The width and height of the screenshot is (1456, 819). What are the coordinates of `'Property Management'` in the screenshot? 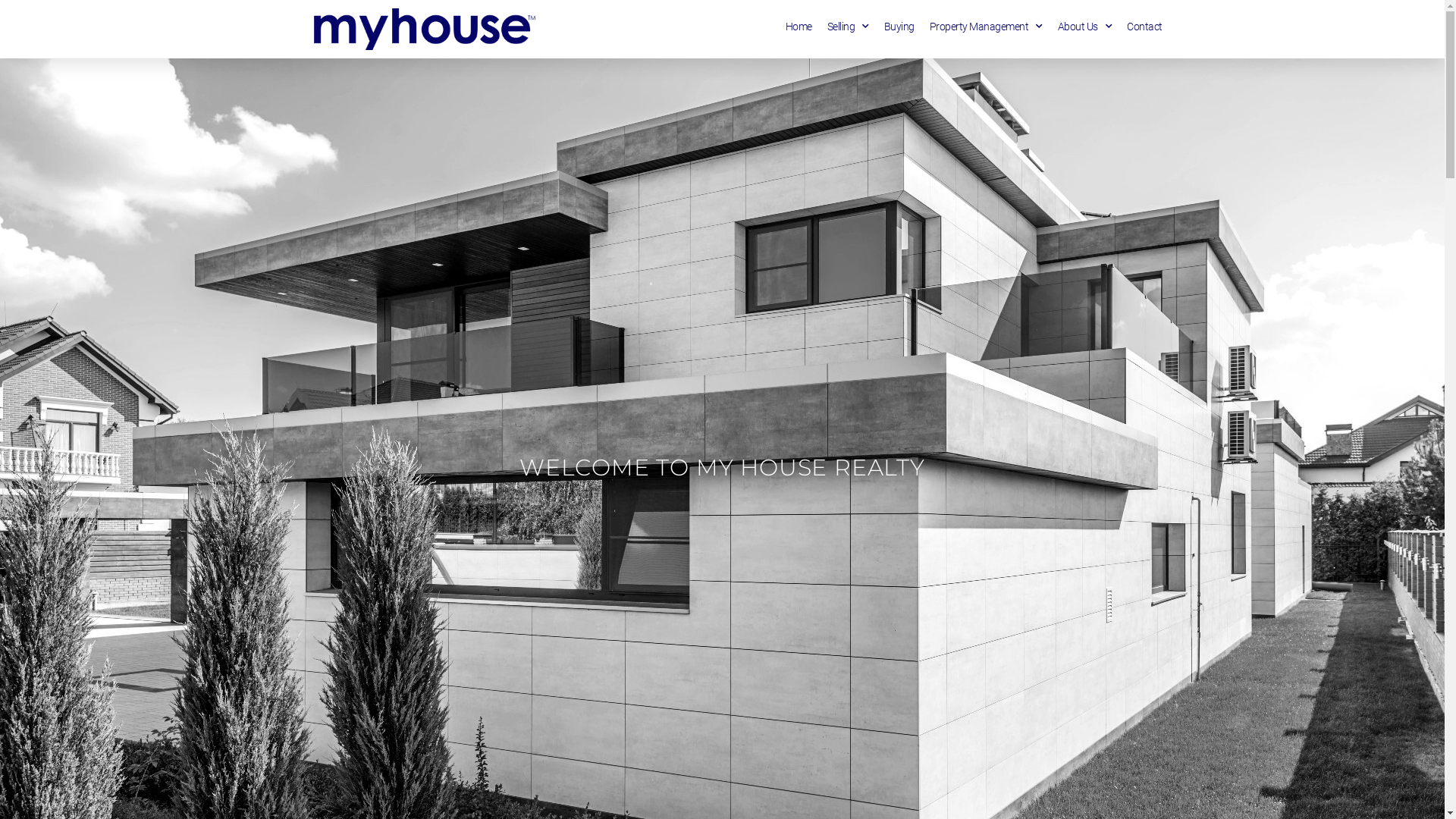 It's located at (986, 26).